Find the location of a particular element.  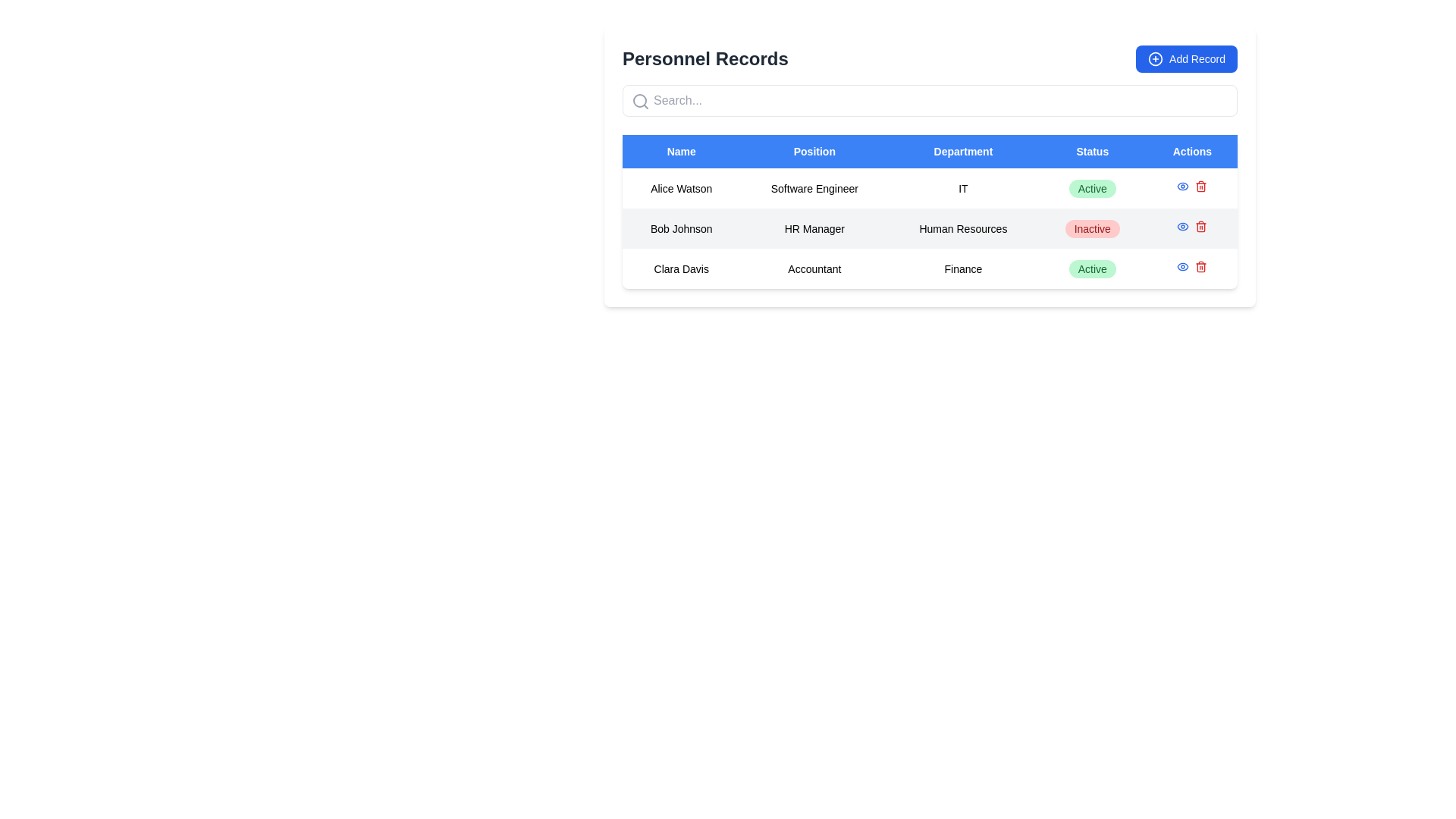

the non-interactive Text label in the third row of the table under the 'Department' column, which conveys the department associated with the individual is located at coordinates (962, 268).